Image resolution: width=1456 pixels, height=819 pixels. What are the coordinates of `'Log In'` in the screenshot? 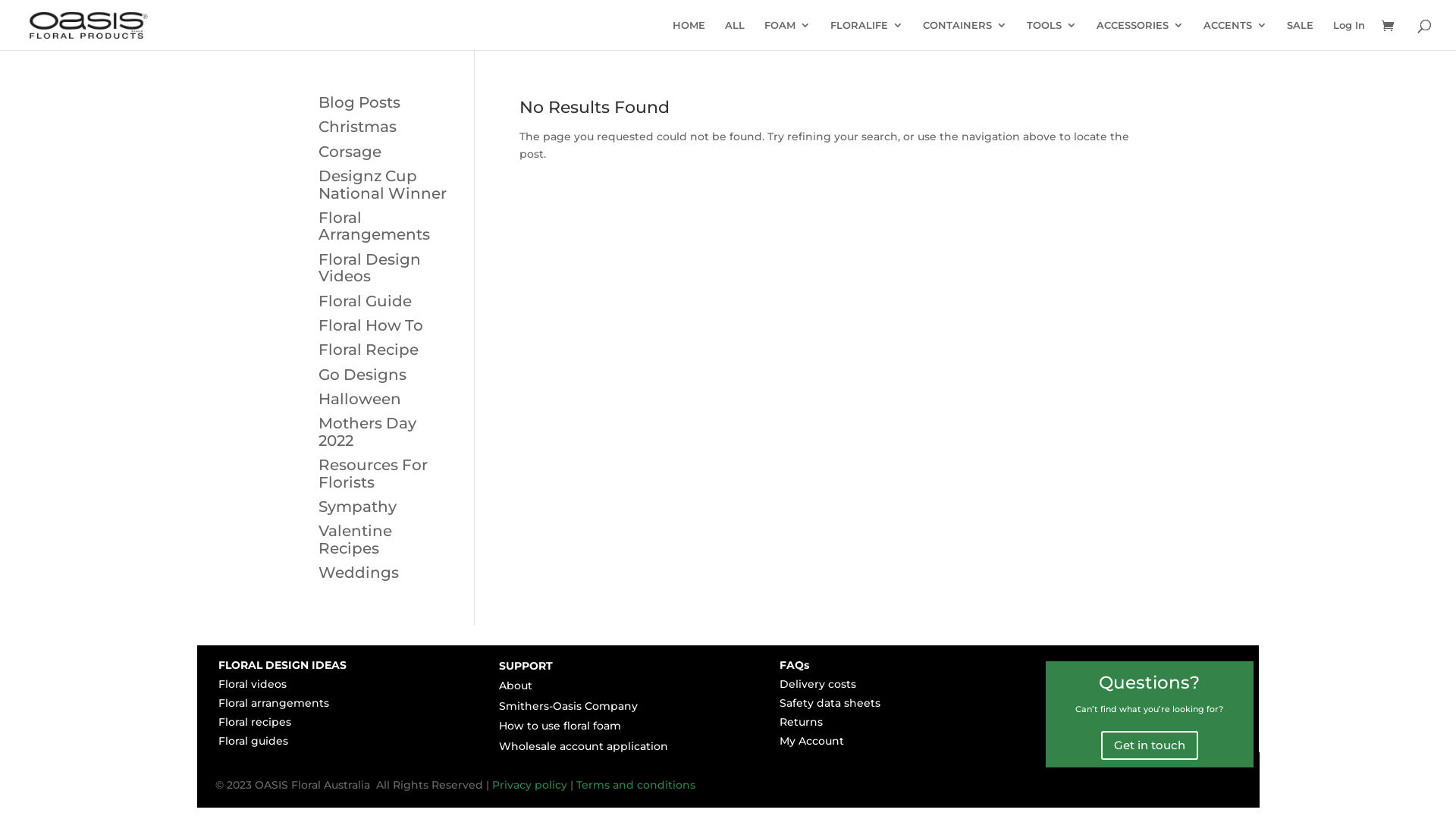 It's located at (1349, 34).